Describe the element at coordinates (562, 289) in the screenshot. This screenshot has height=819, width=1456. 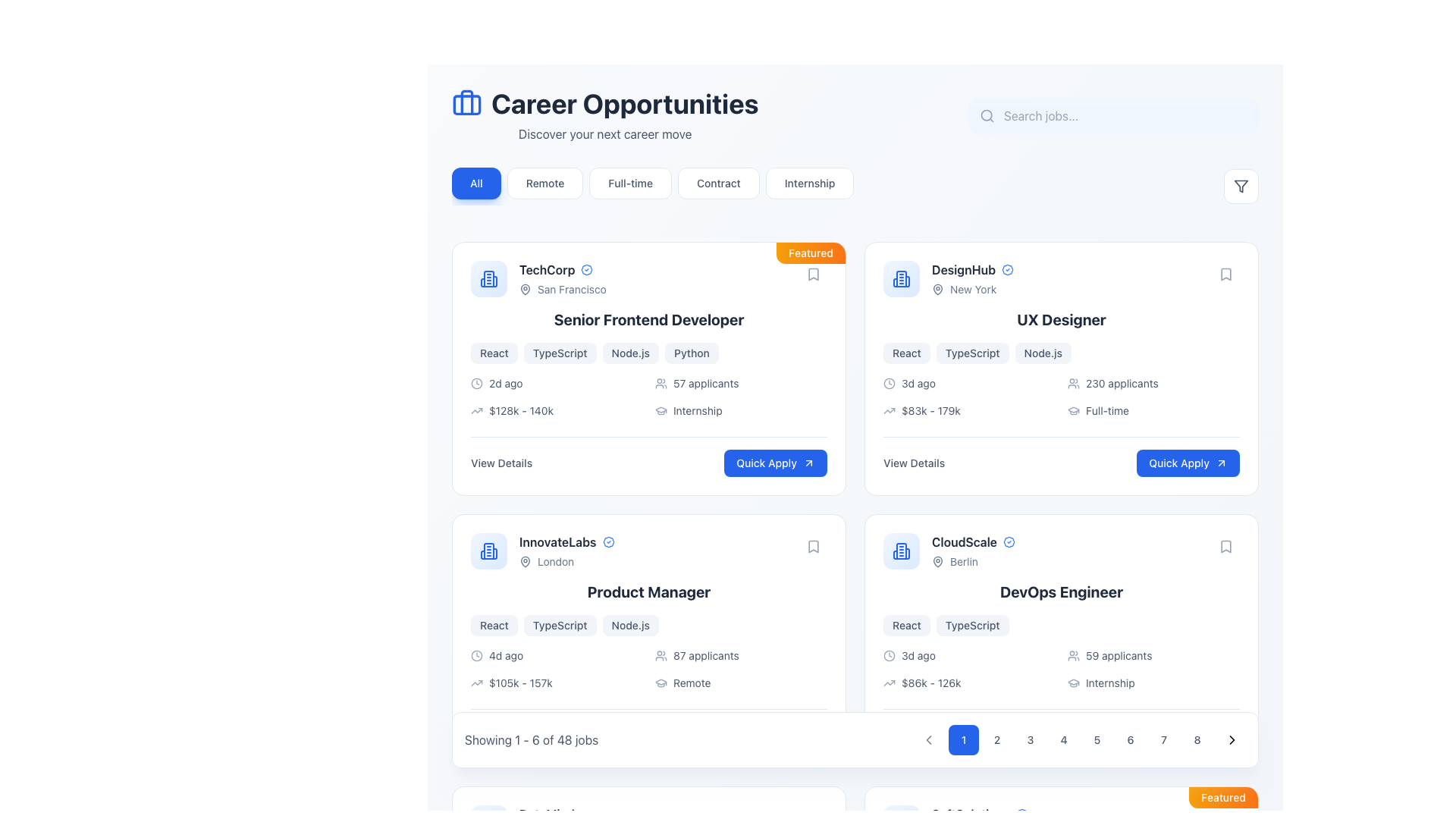
I see `the text label displaying 'San Francisco', which is styled in a smaller font size and gray color, accompanied by a map pin icon, located below the 'TechCorp' name in the career opportunities grid` at that location.